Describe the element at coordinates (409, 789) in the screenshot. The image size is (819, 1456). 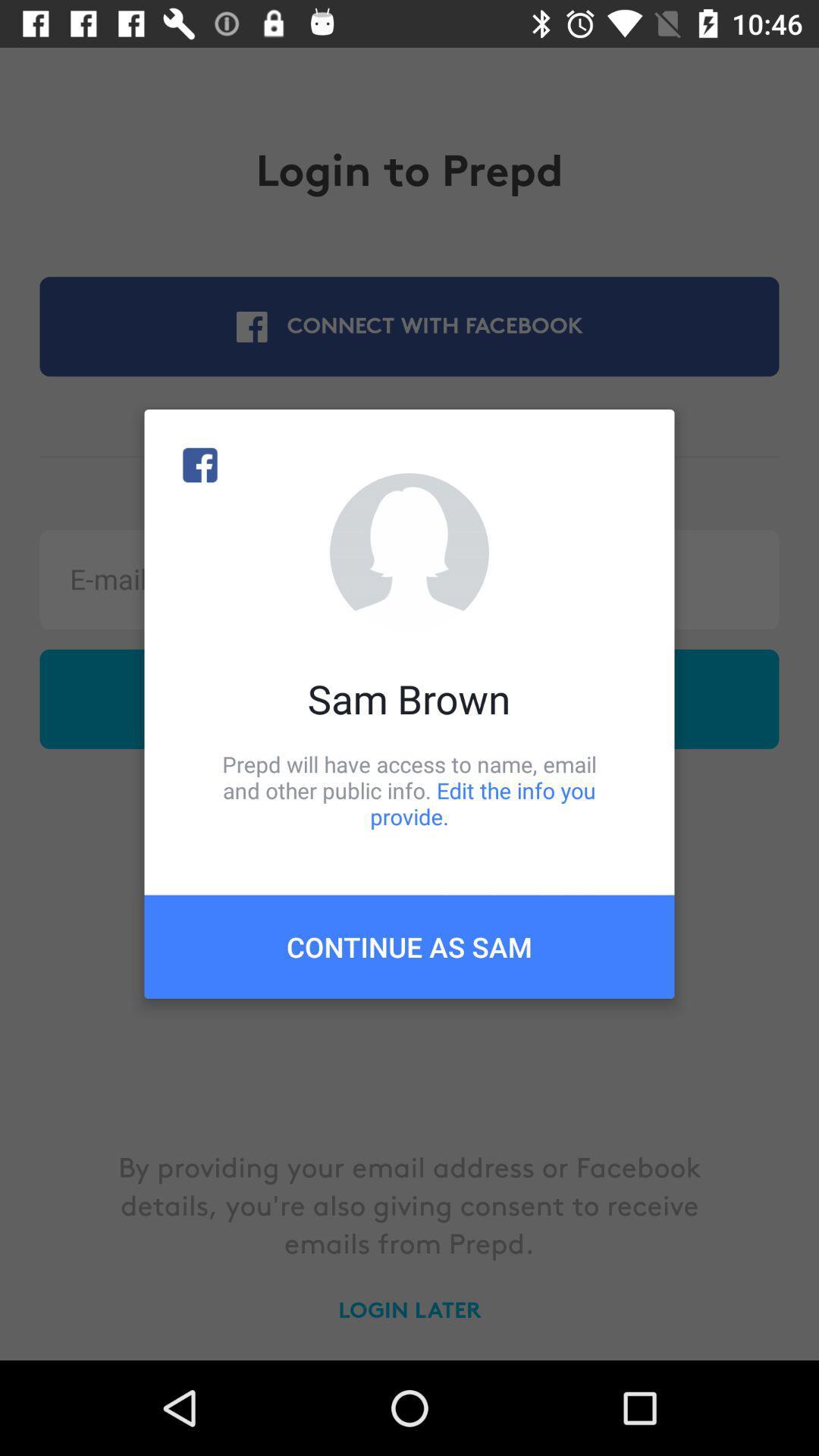
I see `the item below sam brown` at that location.